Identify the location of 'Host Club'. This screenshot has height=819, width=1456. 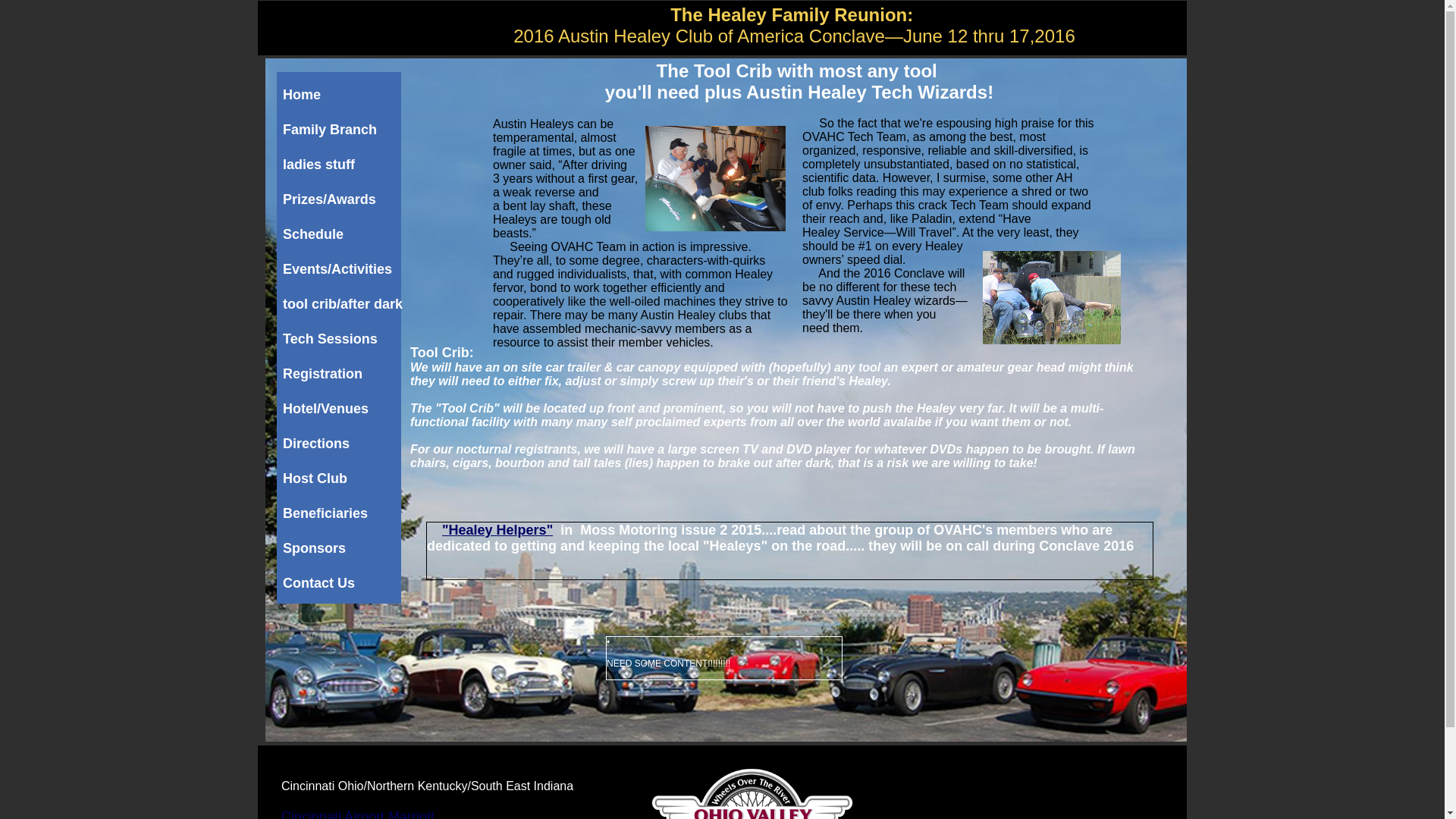
(283, 479).